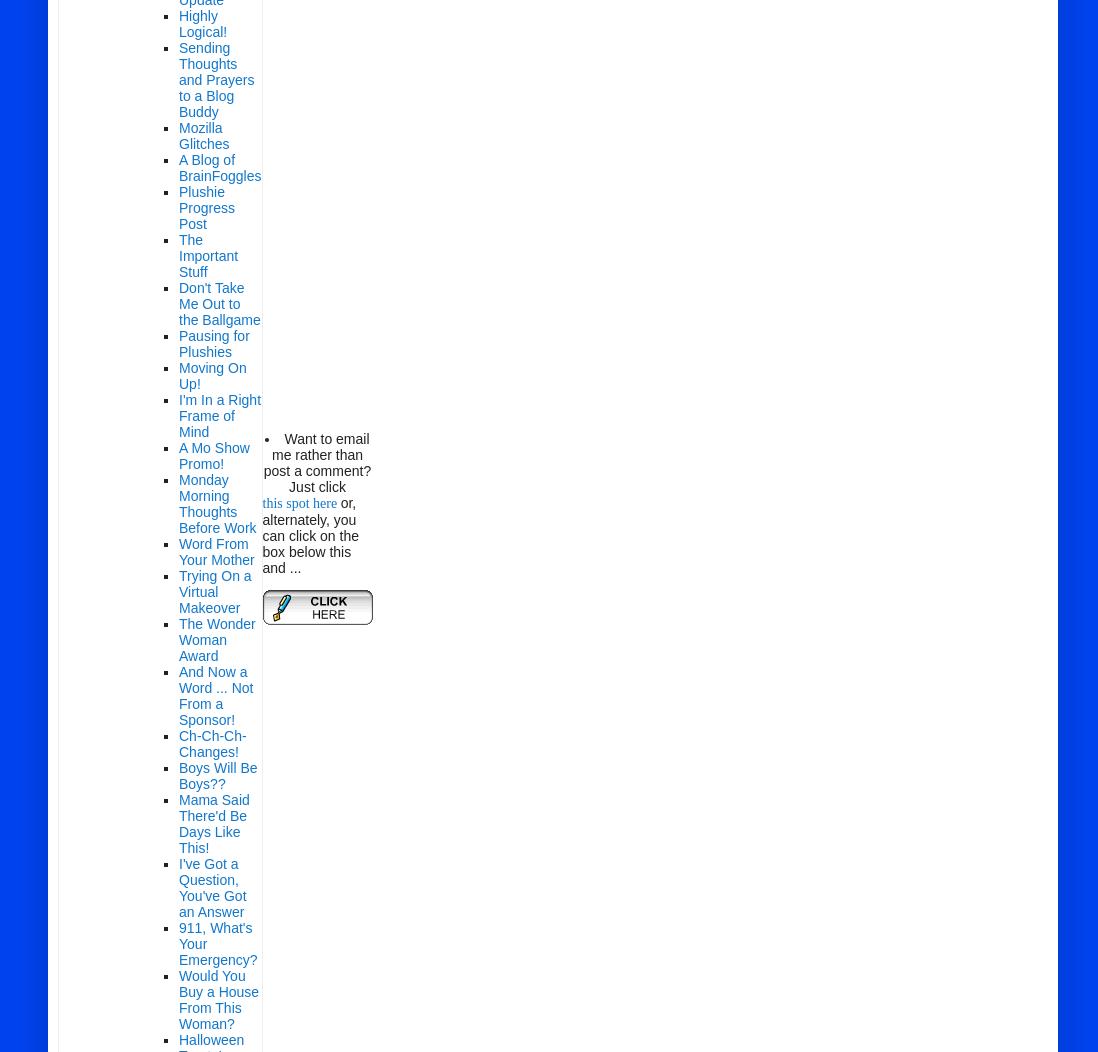  What do you see at coordinates (215, 640) in the screenshot?
I see `'The Wonder Woman Award'` at bounding box center [215, 640].